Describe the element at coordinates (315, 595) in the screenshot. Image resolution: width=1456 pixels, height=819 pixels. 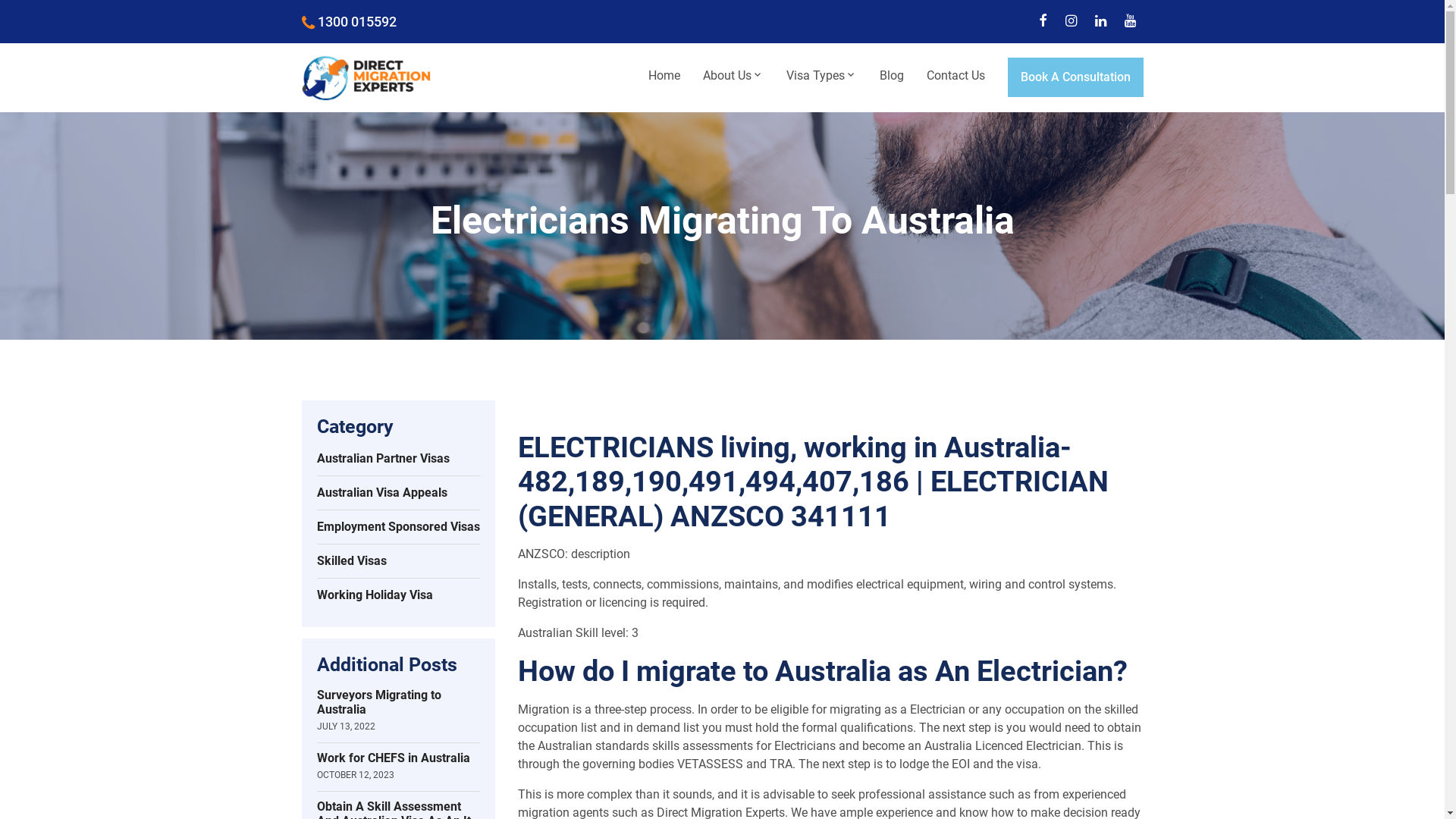
I see `'Working Holiday Visa'` at that location.